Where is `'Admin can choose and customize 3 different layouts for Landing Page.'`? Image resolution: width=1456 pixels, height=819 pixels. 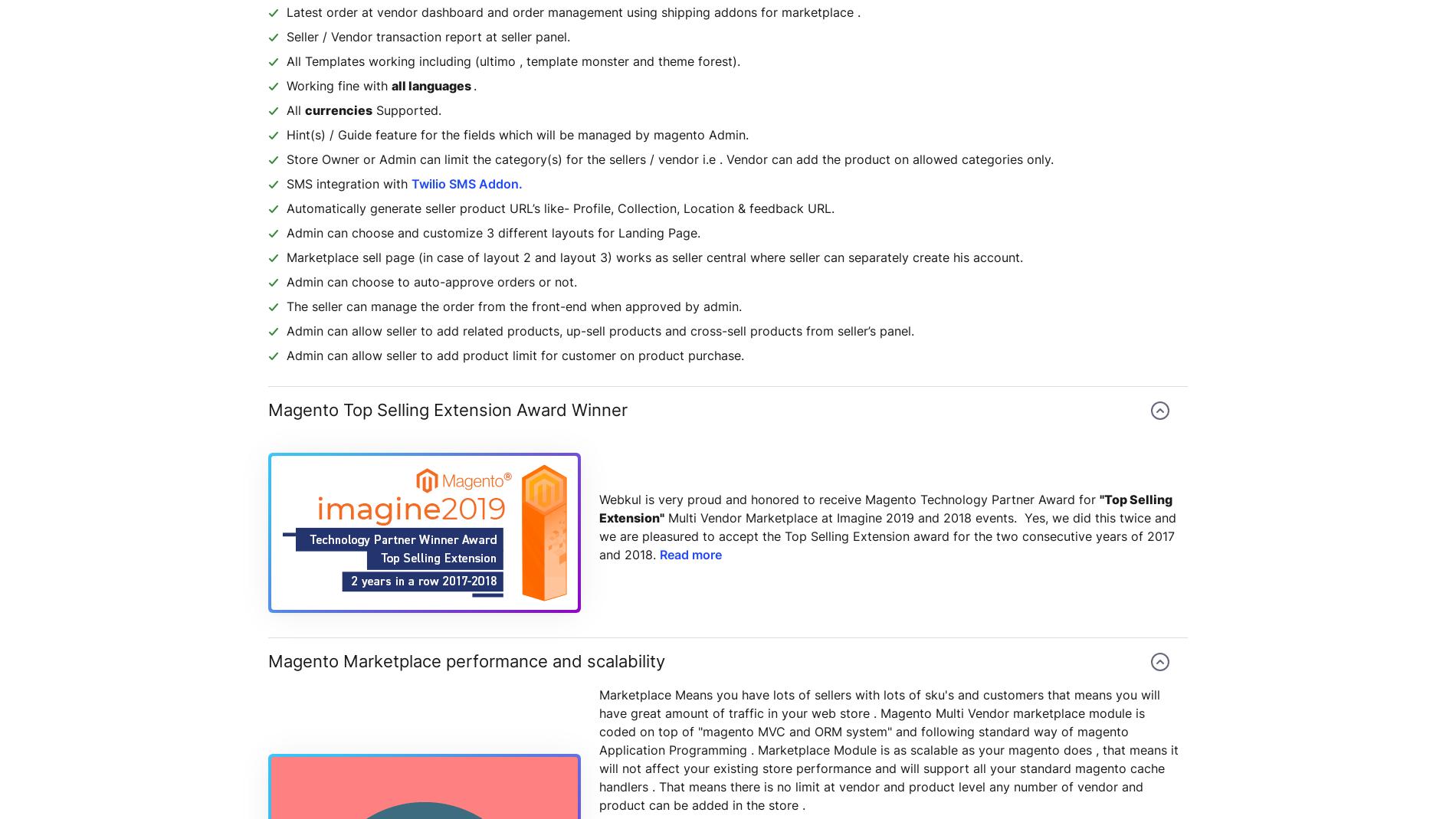
'Admin can choose and customize 3 different layouts for Landing Page.' is located at coordinates (493, 232).